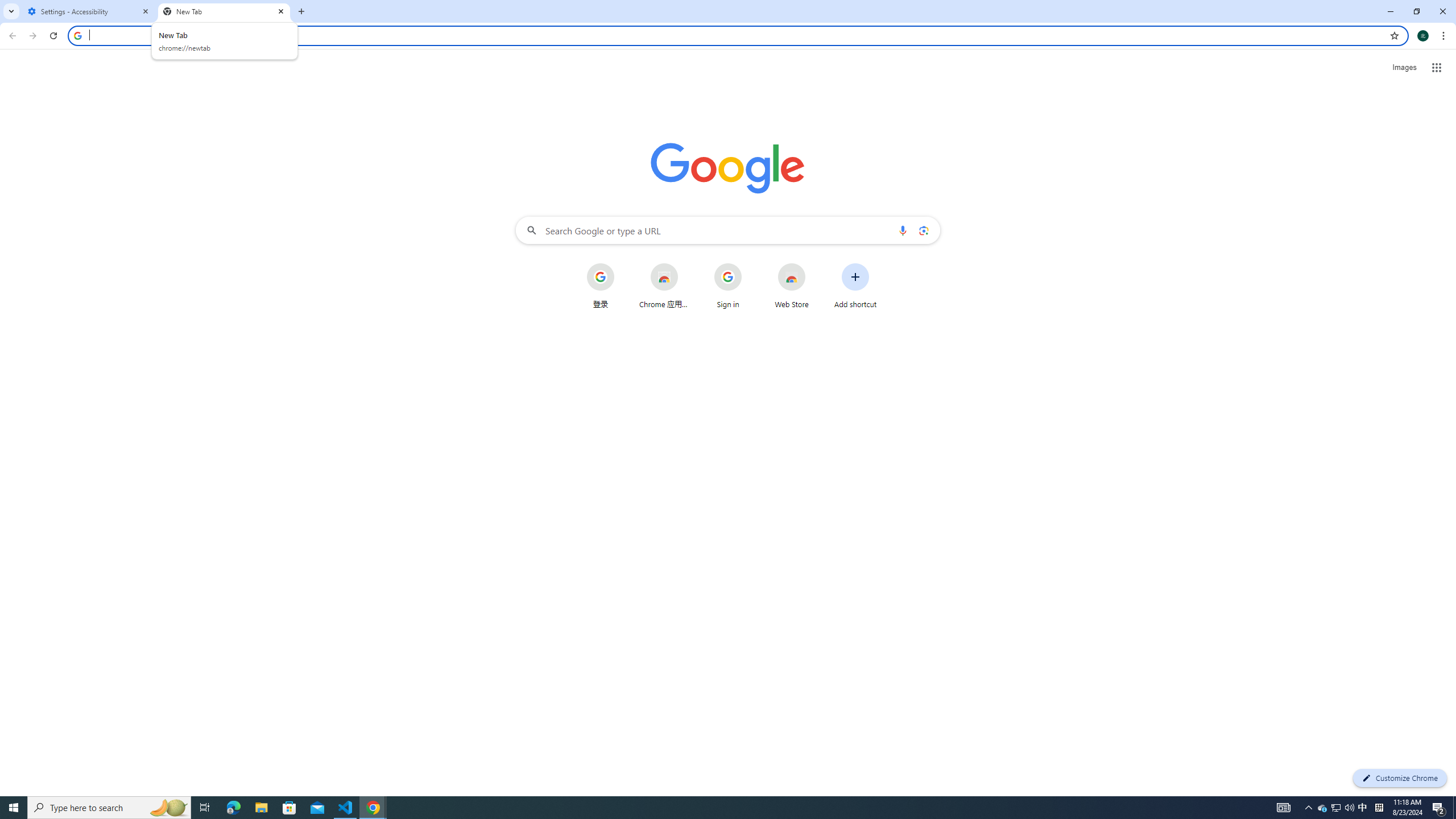  Describe the element at coordinates (728, 230) in the screenshot. I see `'Search Google or type a URL'` at that location.